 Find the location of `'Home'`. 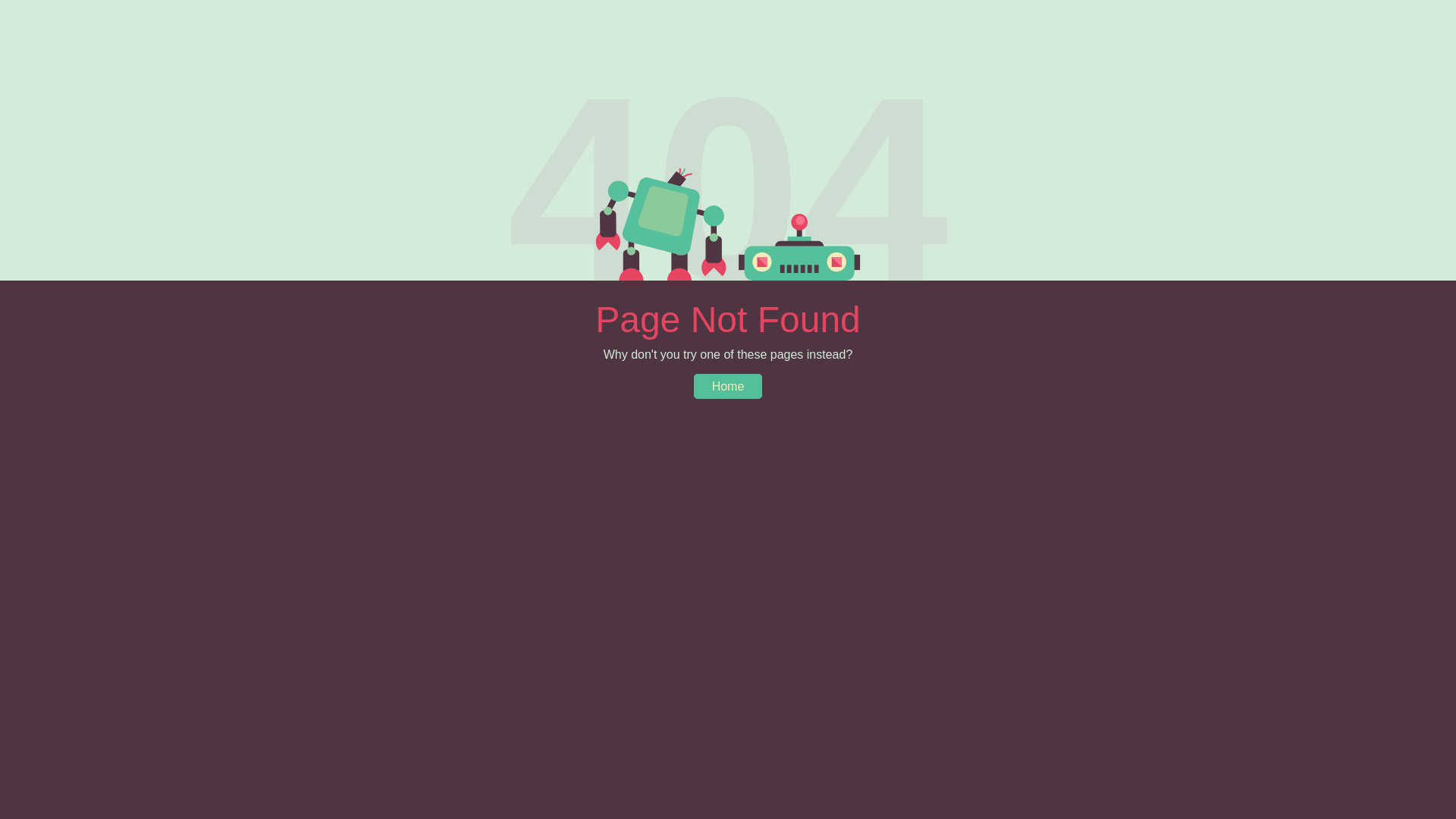

'Home' is located at coordinates (728, 385).